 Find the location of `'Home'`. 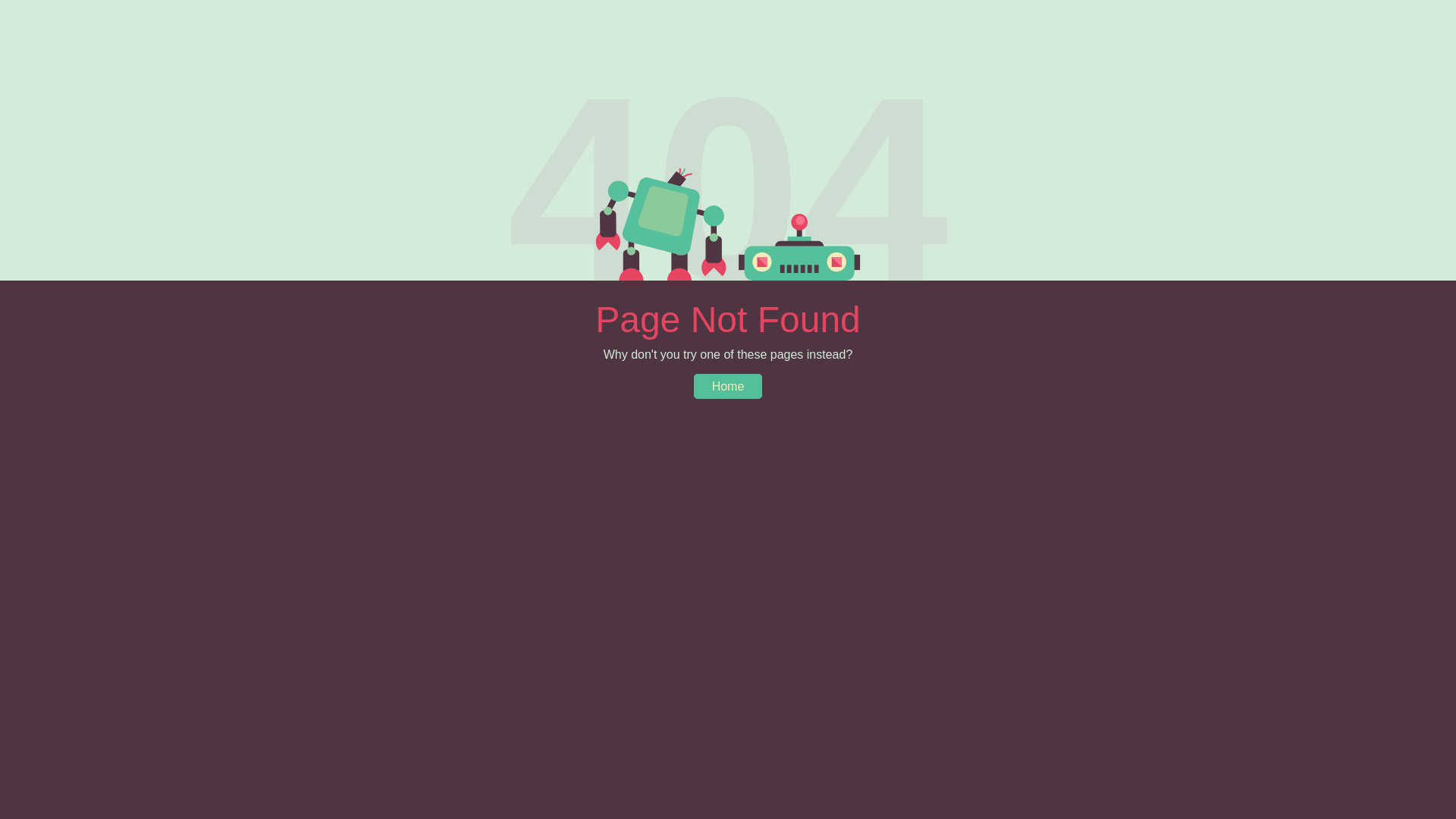

'Home' is located at coordinates (728, 385).